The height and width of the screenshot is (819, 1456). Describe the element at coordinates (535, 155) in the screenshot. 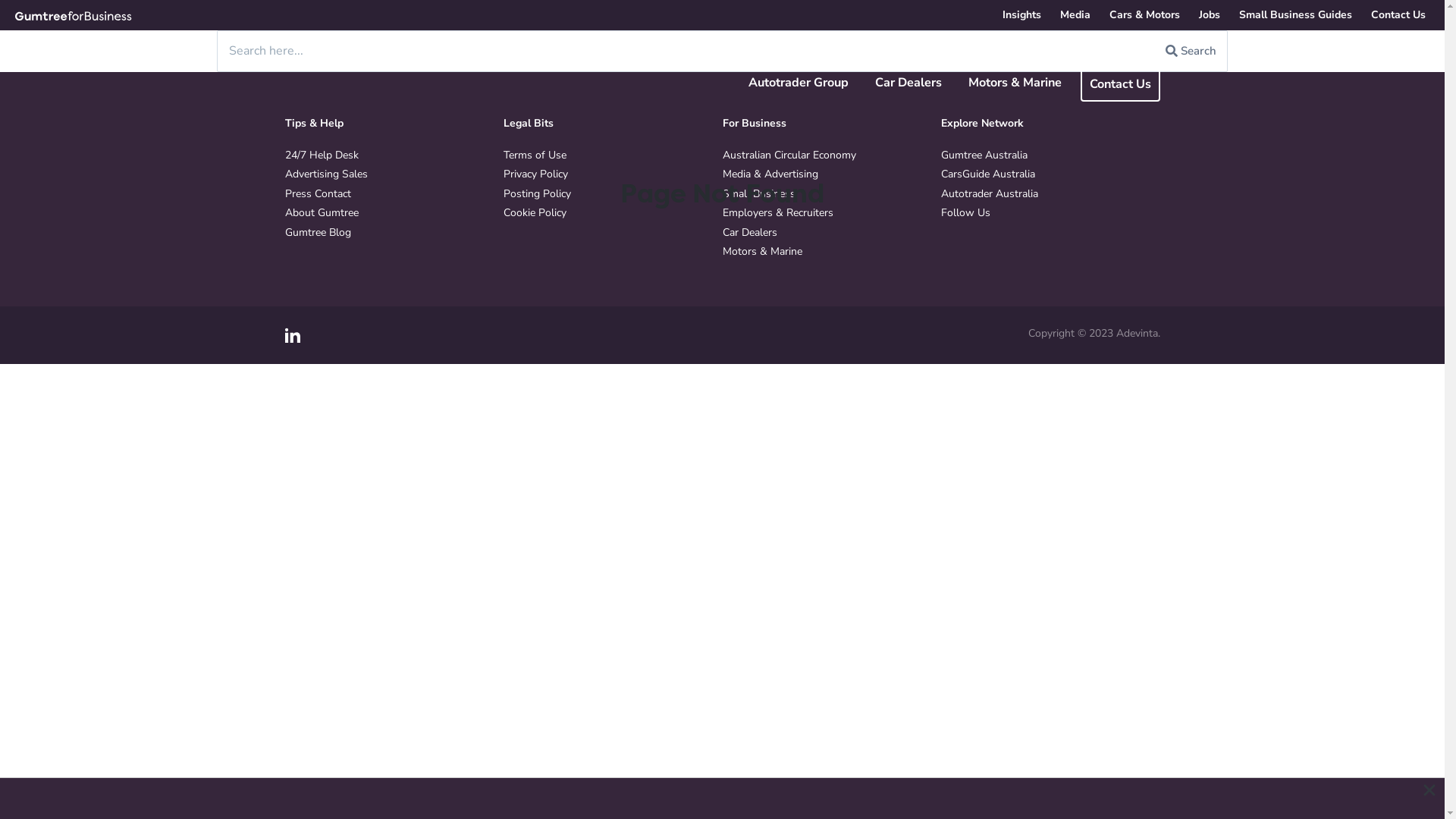

I see `'Terms of Use'` at that location.